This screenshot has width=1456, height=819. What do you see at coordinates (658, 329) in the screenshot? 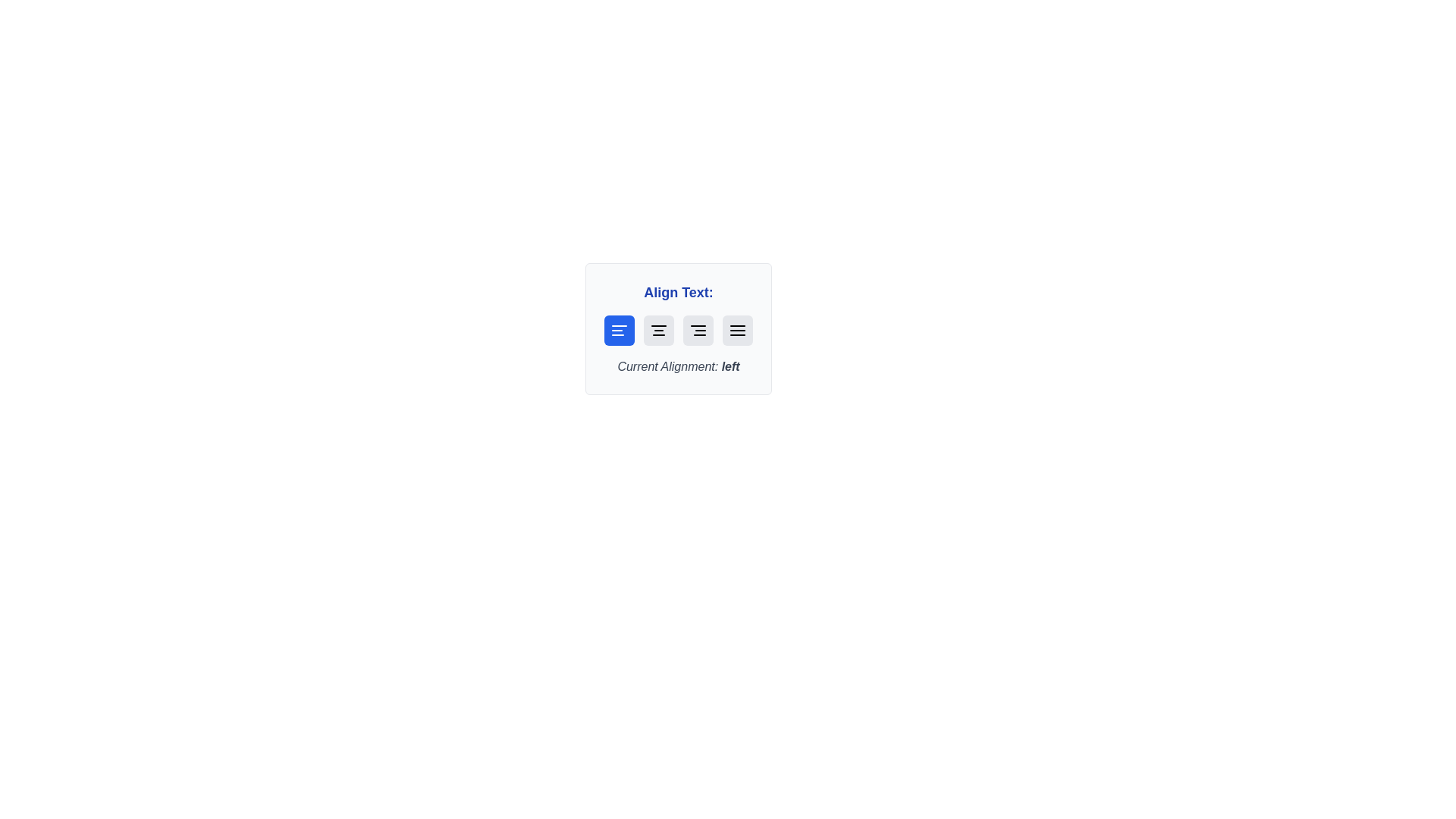
I see `button corresponding to the desired text alignment: center` at bounding box center [658, 329].